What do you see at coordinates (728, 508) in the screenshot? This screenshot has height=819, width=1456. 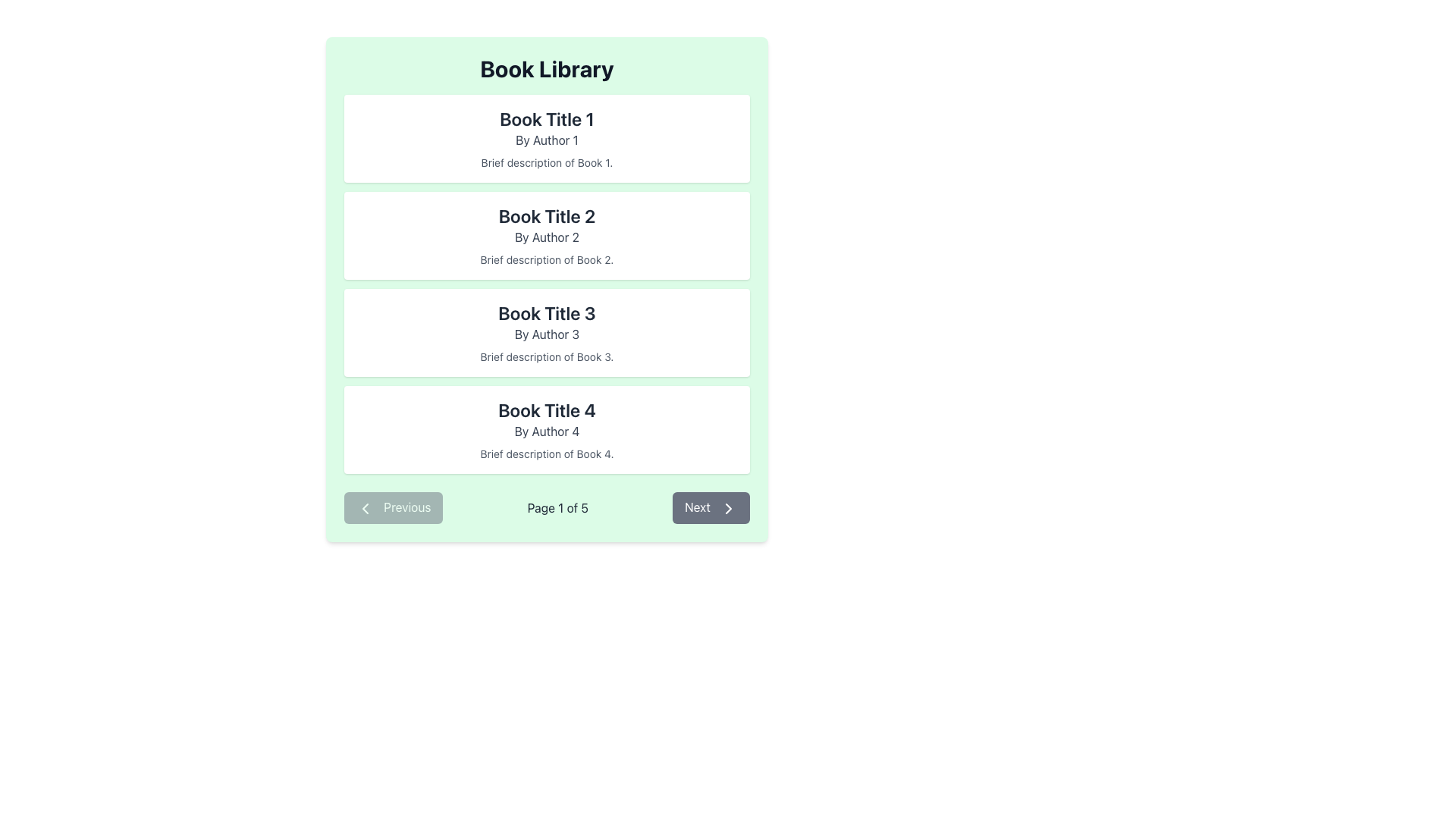 I see `the navigation arrow icon of the 'Next' button located at the bottom right of the page, adjacent to the pagination information labeled 'Page 1 of 5'` at bounding box center [728, 508].